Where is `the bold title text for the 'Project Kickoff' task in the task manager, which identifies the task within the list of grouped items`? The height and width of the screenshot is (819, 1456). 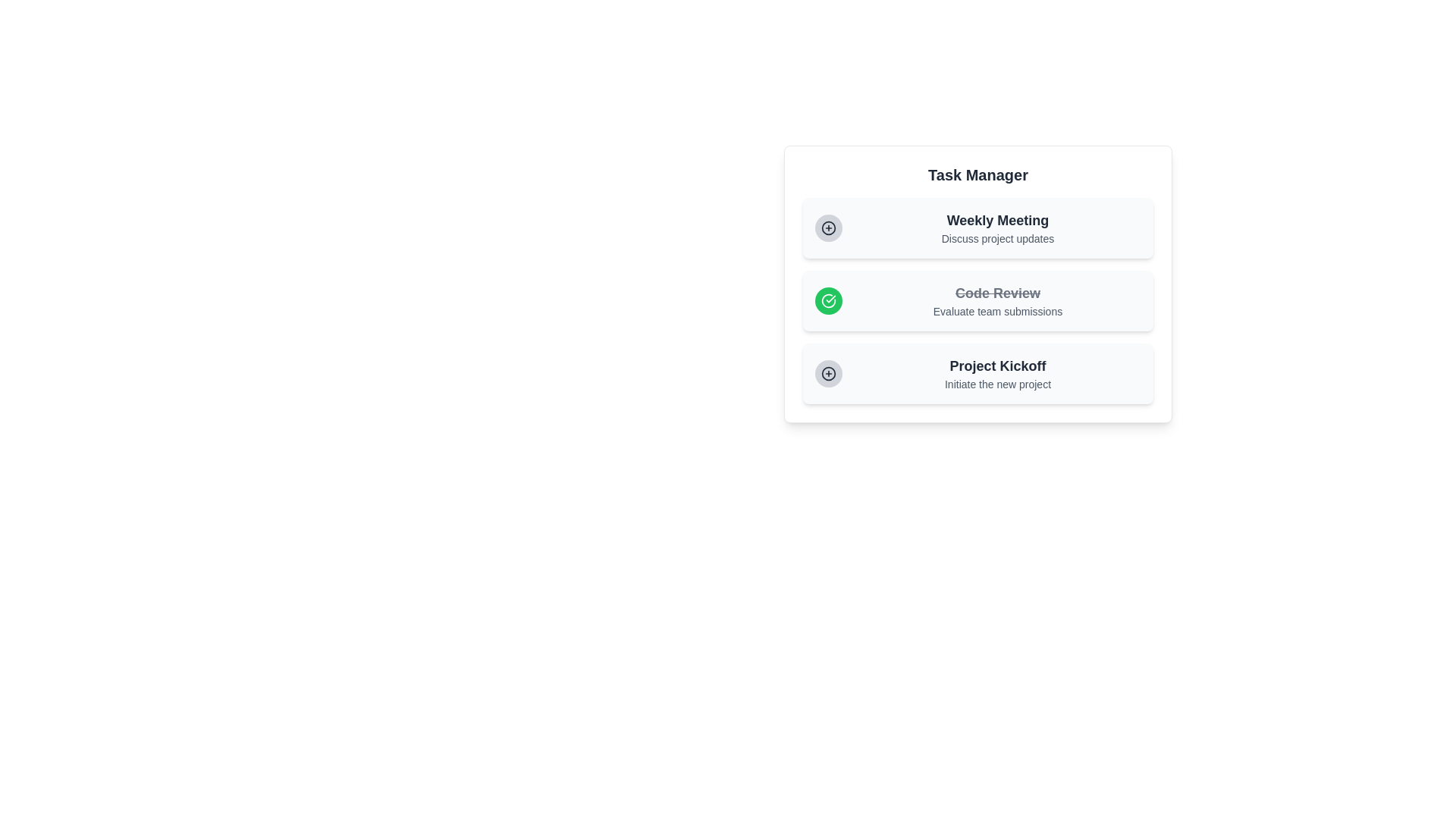 the bold title text for the 'Project Kickoff' task in the task manager, which identifies the task within the list of grouped items is located at coordinates (997, 366).